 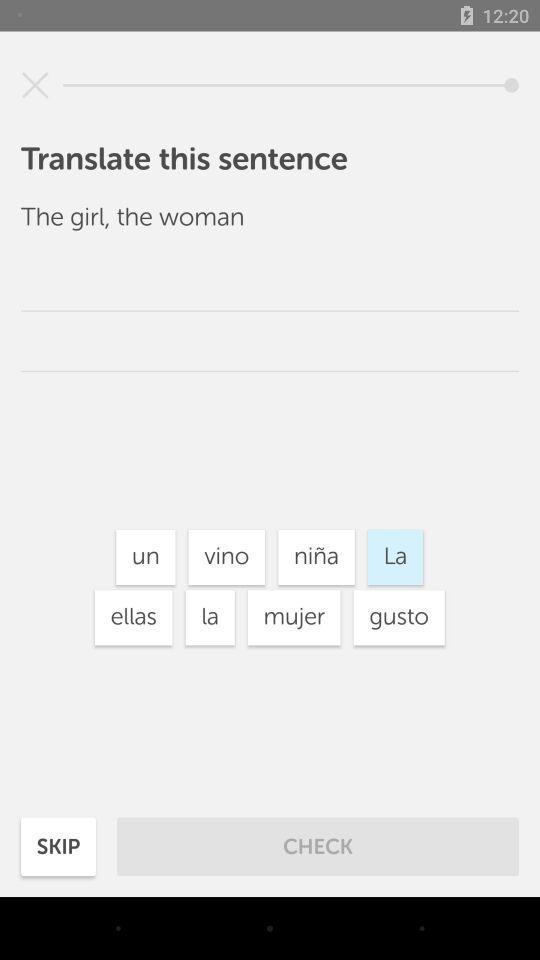 What do you see at coordinates (58, 846) in the screenshot?
I see `skip` at bounding box center [58, 846].